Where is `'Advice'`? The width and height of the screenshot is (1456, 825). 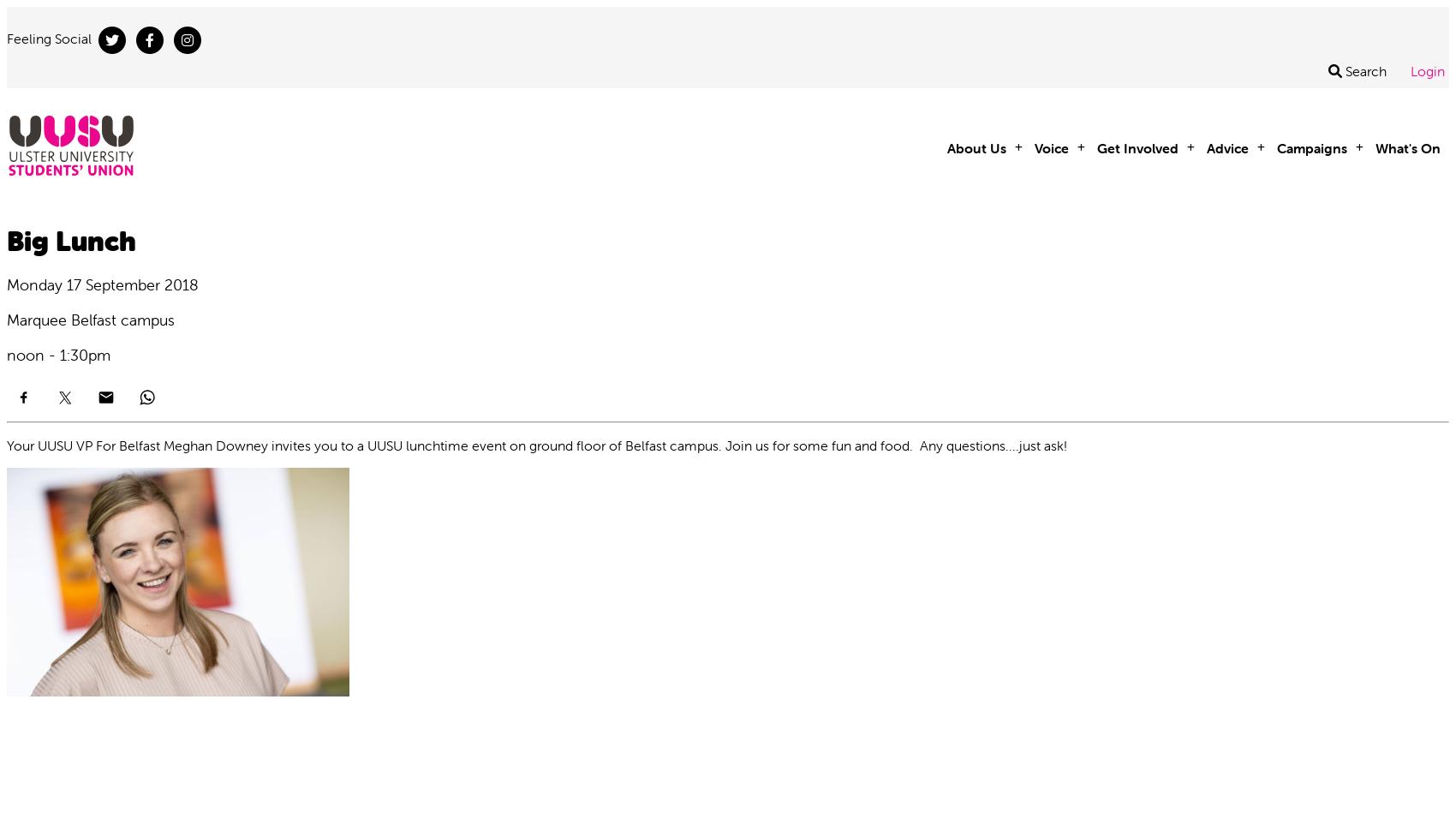 'Advice' is located at coordinates (1226, 147).